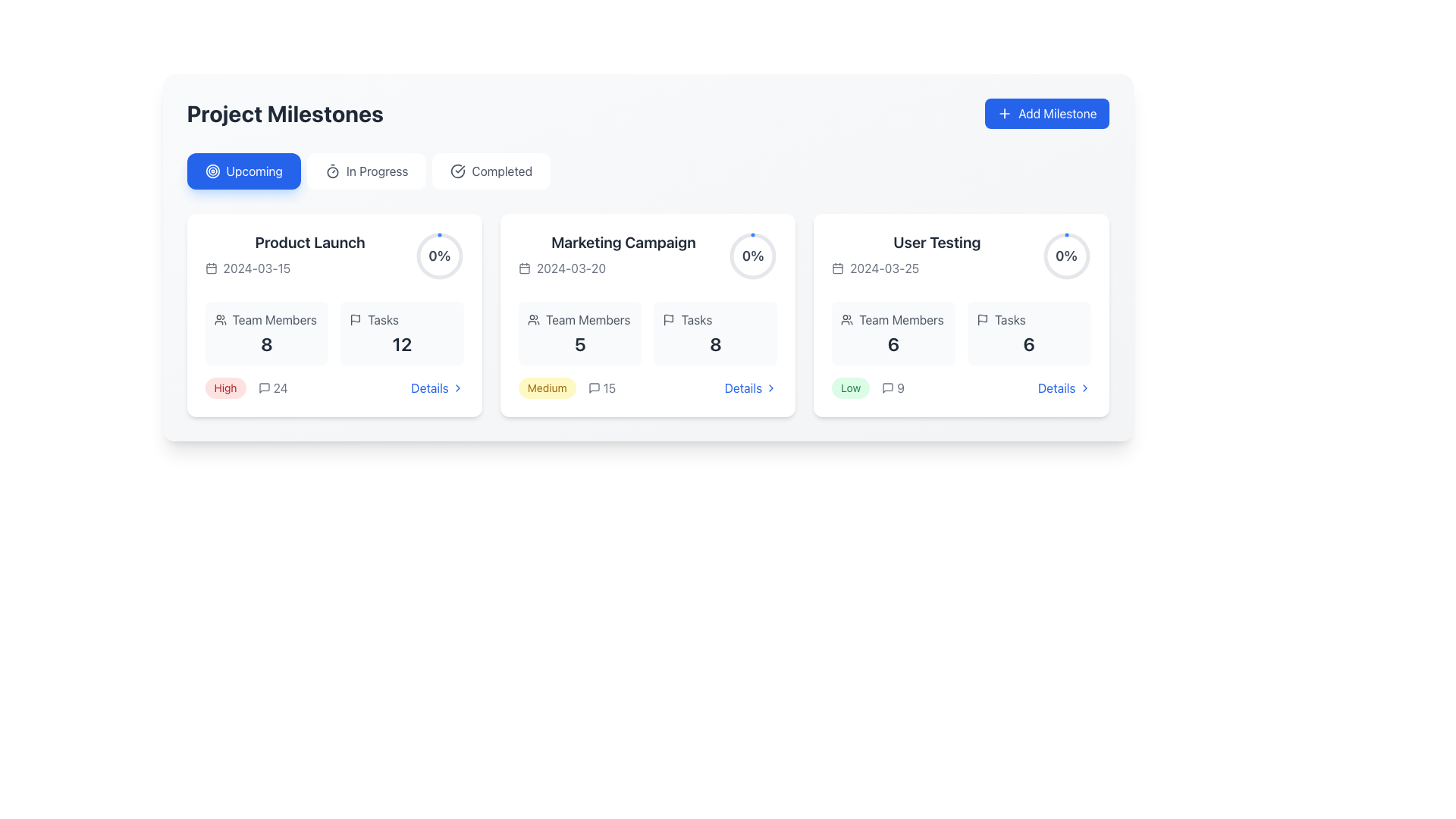 The width and height of the screenshot is (1456, 819). What do you see at coordinates (273, 388) in the screenshot?
I see `static text '24' displayed in gray font, which is positioned to the right of a speech bubble icon in the Product Launch card` at bounding box center [273, 388].